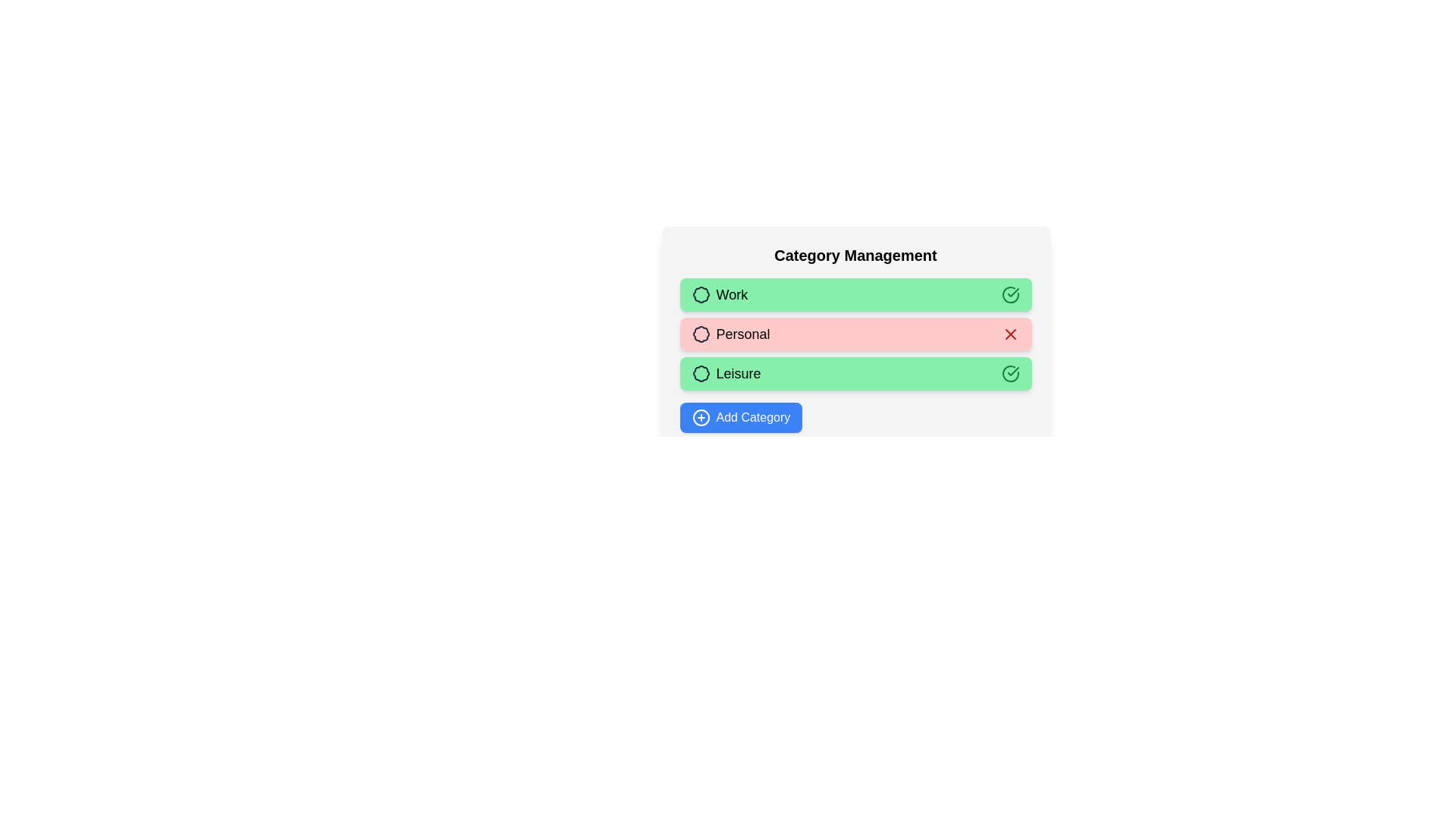 The height and width of the screenshot is (819, 1456). I want to click on the category Personal, so click(855, 333).